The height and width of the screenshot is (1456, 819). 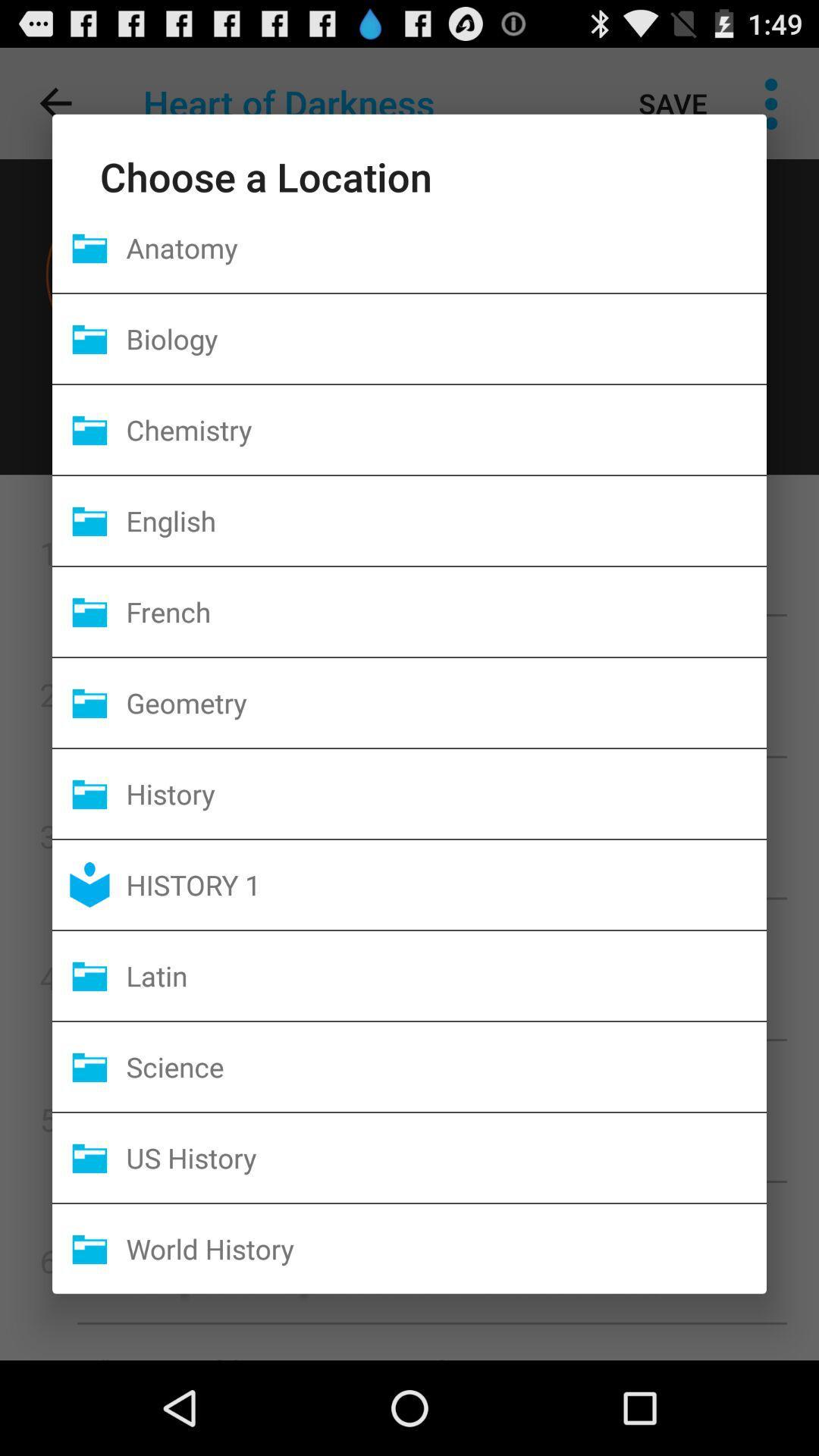 What do you see at coordinates (445, 611) in the screenshot?
I see `the french` at bounding box center [445, 611].